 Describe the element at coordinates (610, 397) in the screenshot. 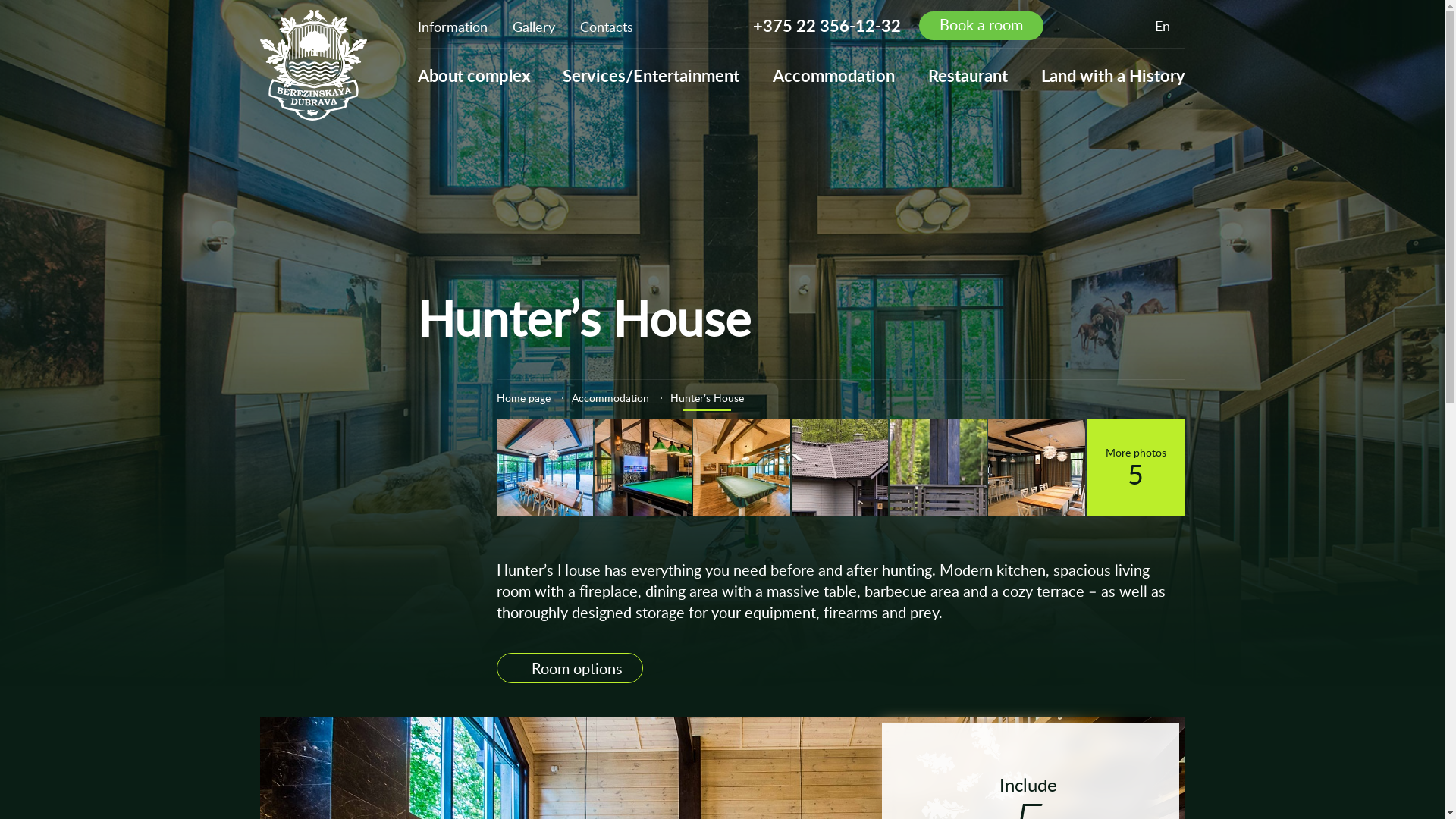

I see `'Accommodation'` at that location.